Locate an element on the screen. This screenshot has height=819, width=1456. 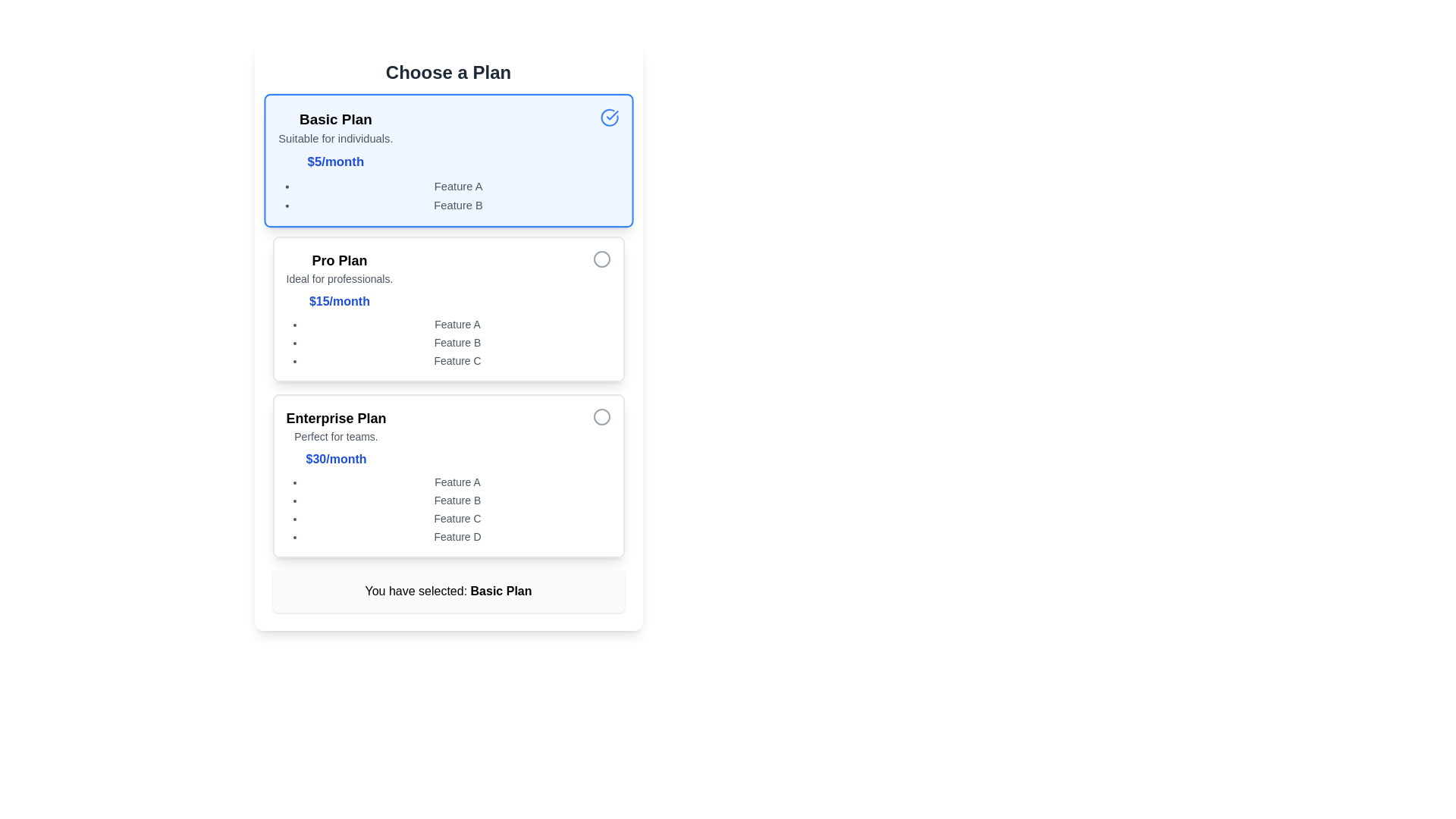
the text label displaying 'Feature A' in gray font, which is the first item in a bulleted list within the 'Basic Plan' section is located at coordinates (457, 185).